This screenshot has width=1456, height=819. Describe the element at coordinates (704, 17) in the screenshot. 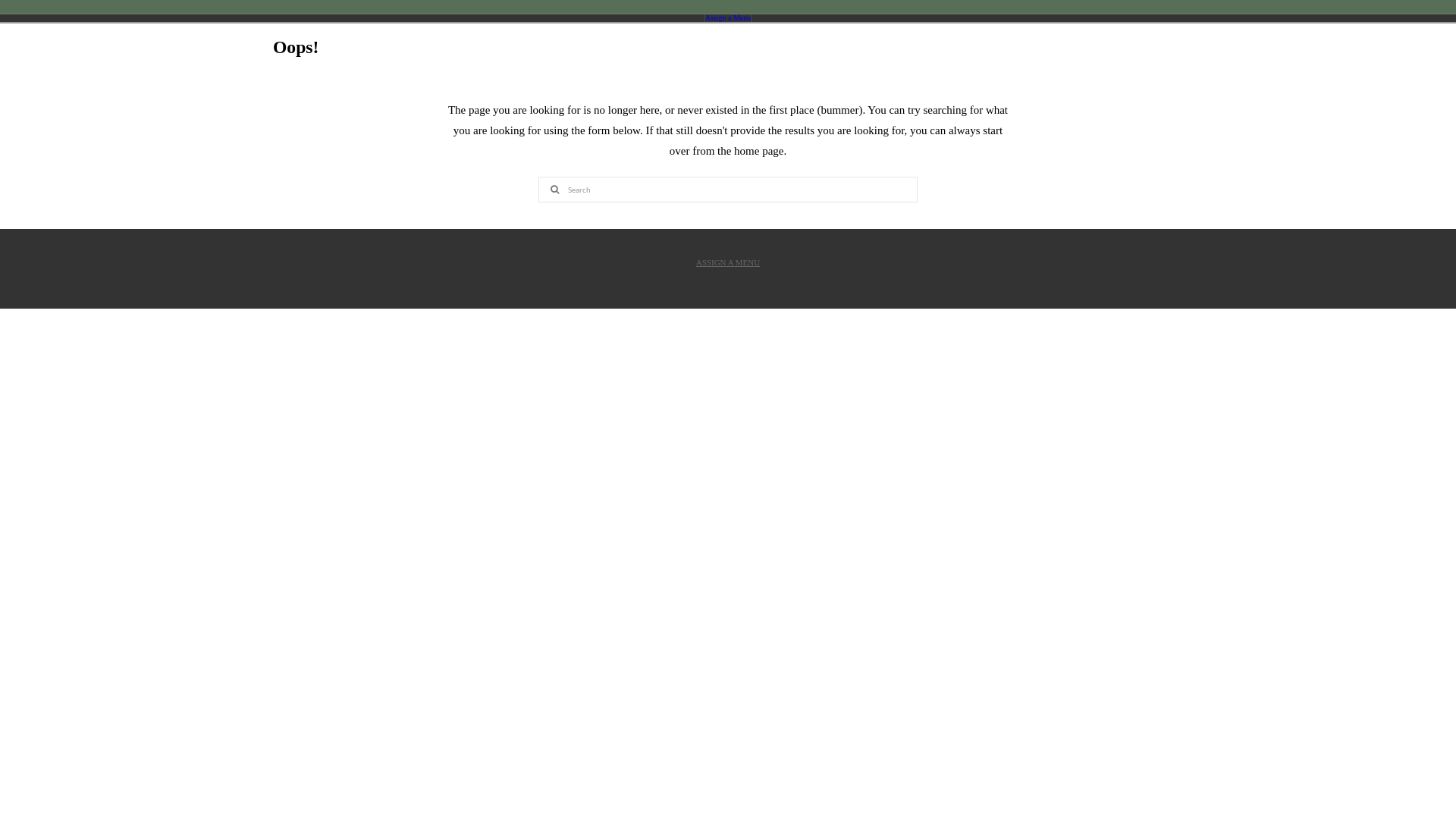

I see `'Assign a Menu'` at that location.